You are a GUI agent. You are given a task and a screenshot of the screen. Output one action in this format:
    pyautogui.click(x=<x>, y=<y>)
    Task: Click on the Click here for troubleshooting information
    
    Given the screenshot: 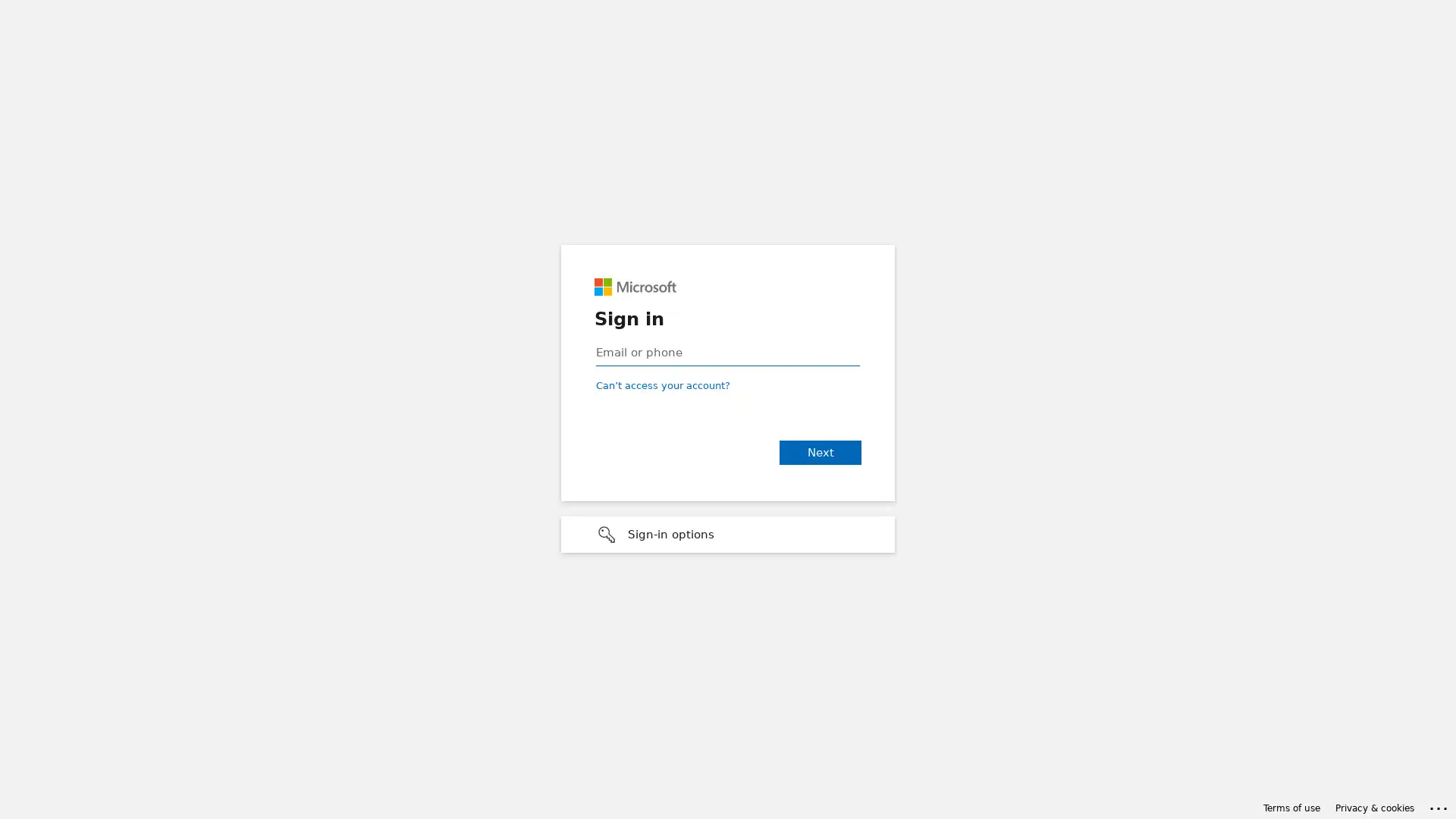 What is the action you would take?
    pyautogui.click(x=1439, y=805)
    